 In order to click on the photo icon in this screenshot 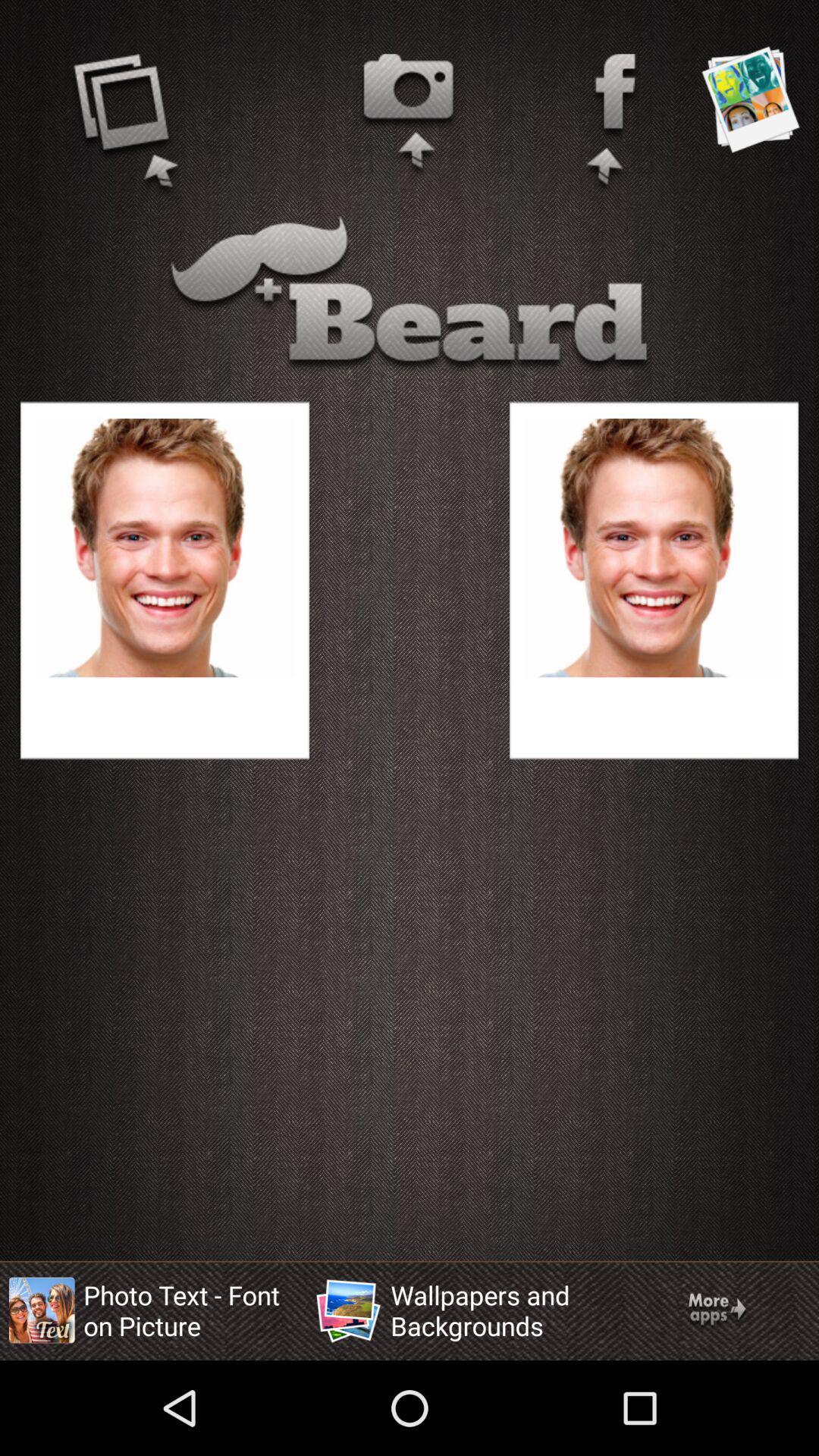, I will do `click(408, 115)`.